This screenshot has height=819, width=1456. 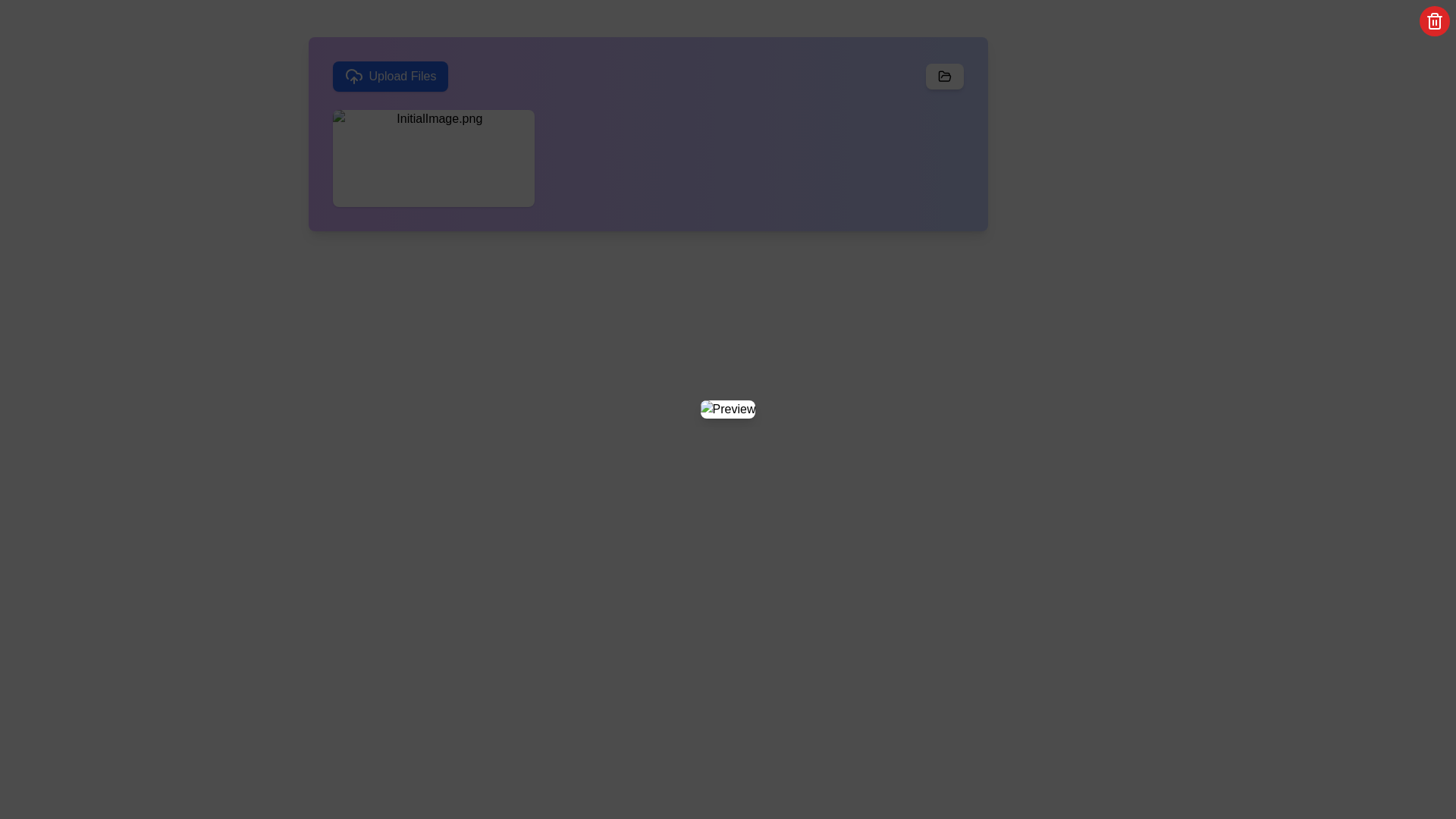 What do you see at coordinates (943, 76) in the screenshot?
I see `the open folder icon within the rectangular button` at bounding box center [943, 76].